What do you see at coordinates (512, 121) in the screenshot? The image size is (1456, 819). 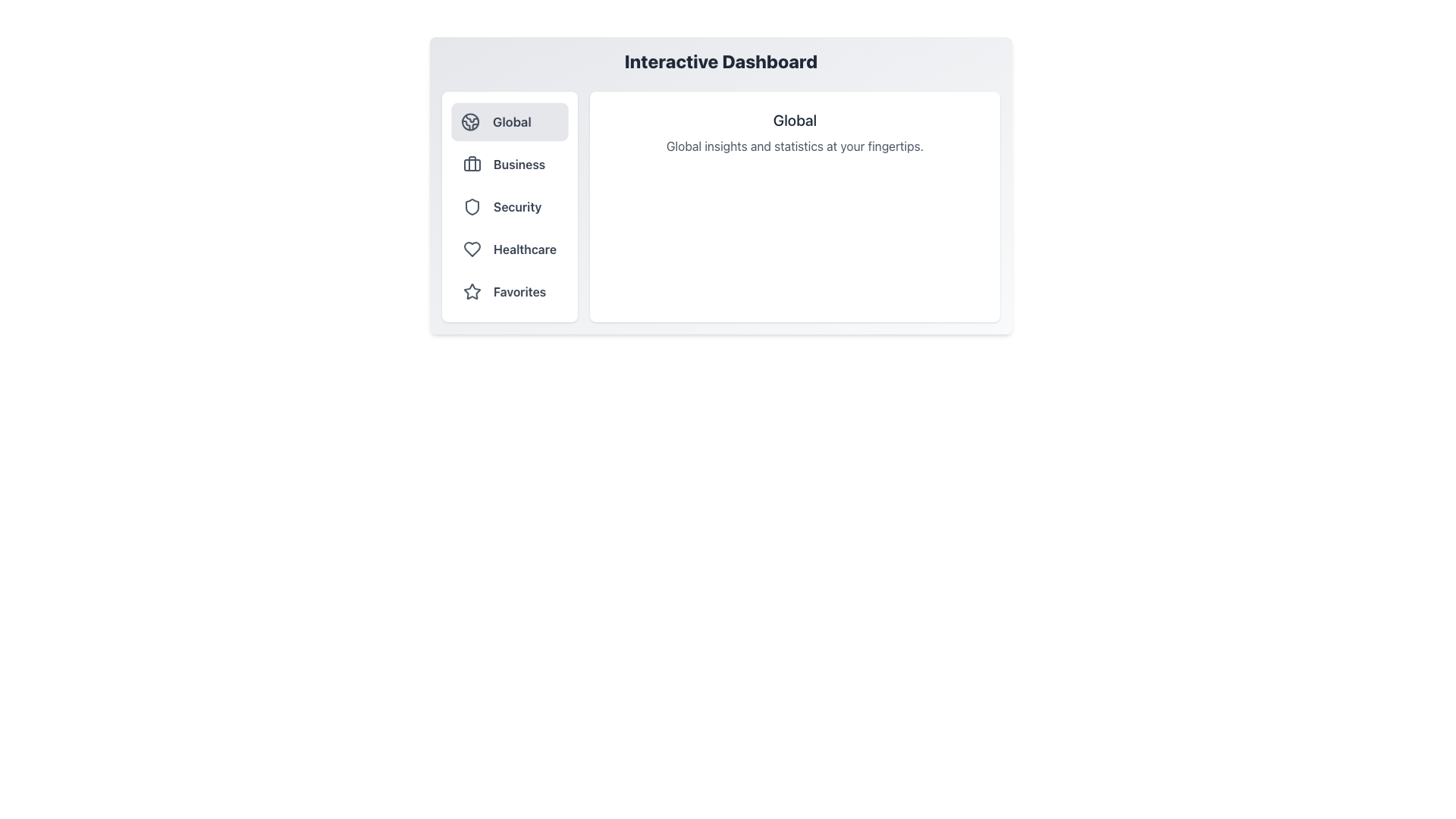 I see `text 'Global' displayed in bold gray font next to the globe icon in the topmost item of the navigation menu` at bounding box center [512, 121].